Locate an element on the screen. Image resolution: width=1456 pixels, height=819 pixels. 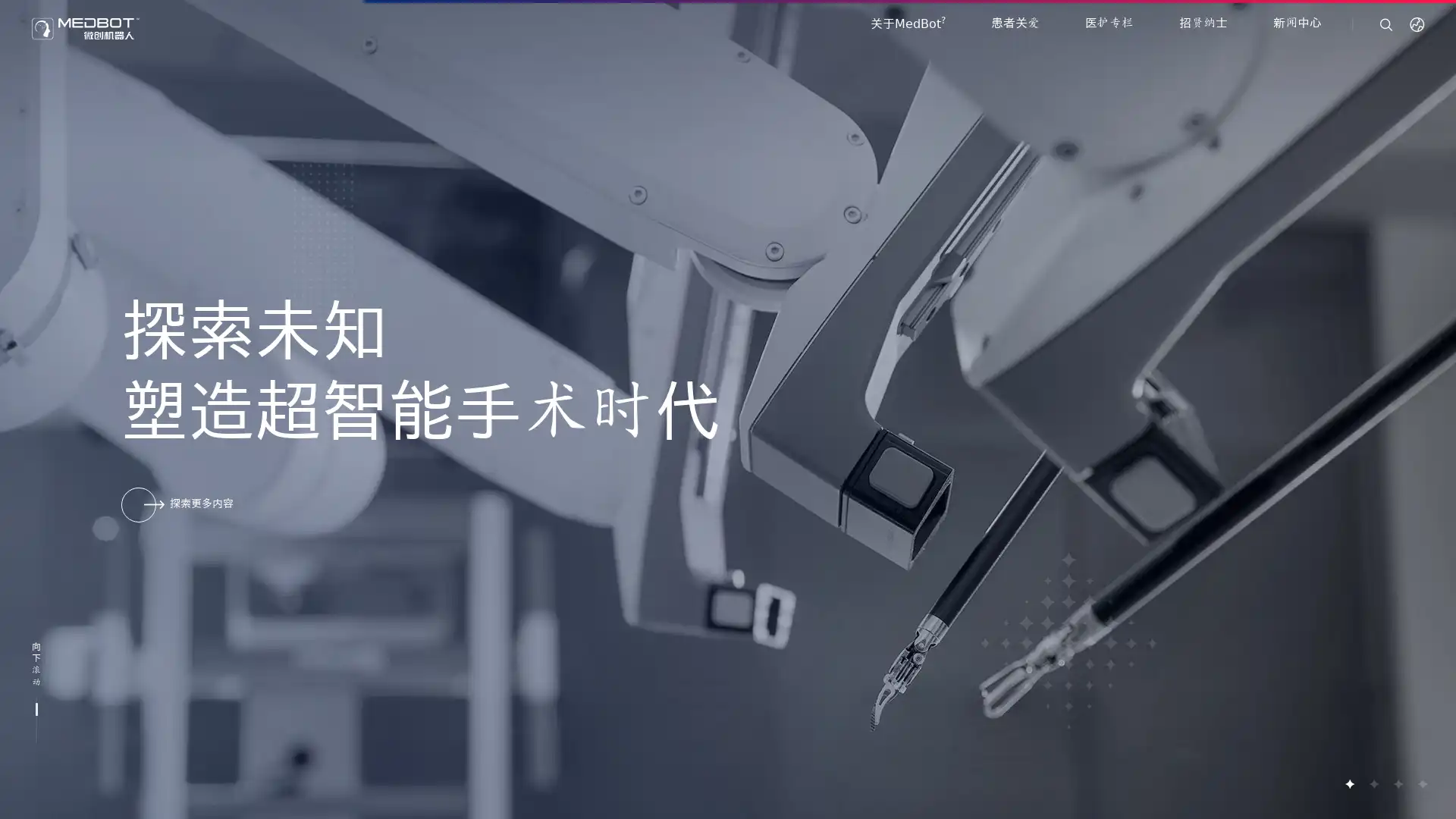
Go to slide 4 is located at coordinates (1421, 783).